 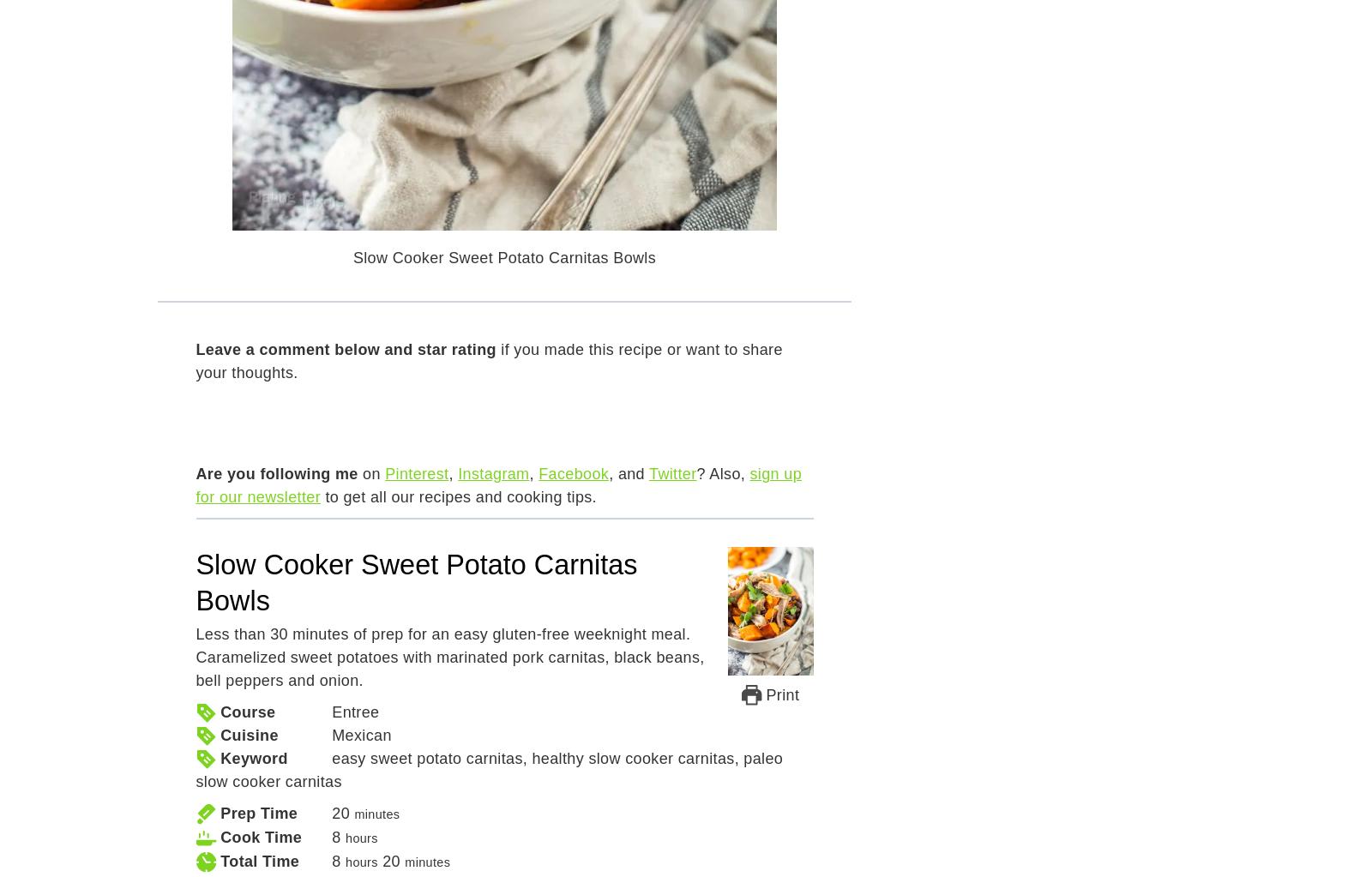 What do you see at coordinates (259, 814) in the screenshot?
I see `'Prep Time'` at bounding box center [259, 814].